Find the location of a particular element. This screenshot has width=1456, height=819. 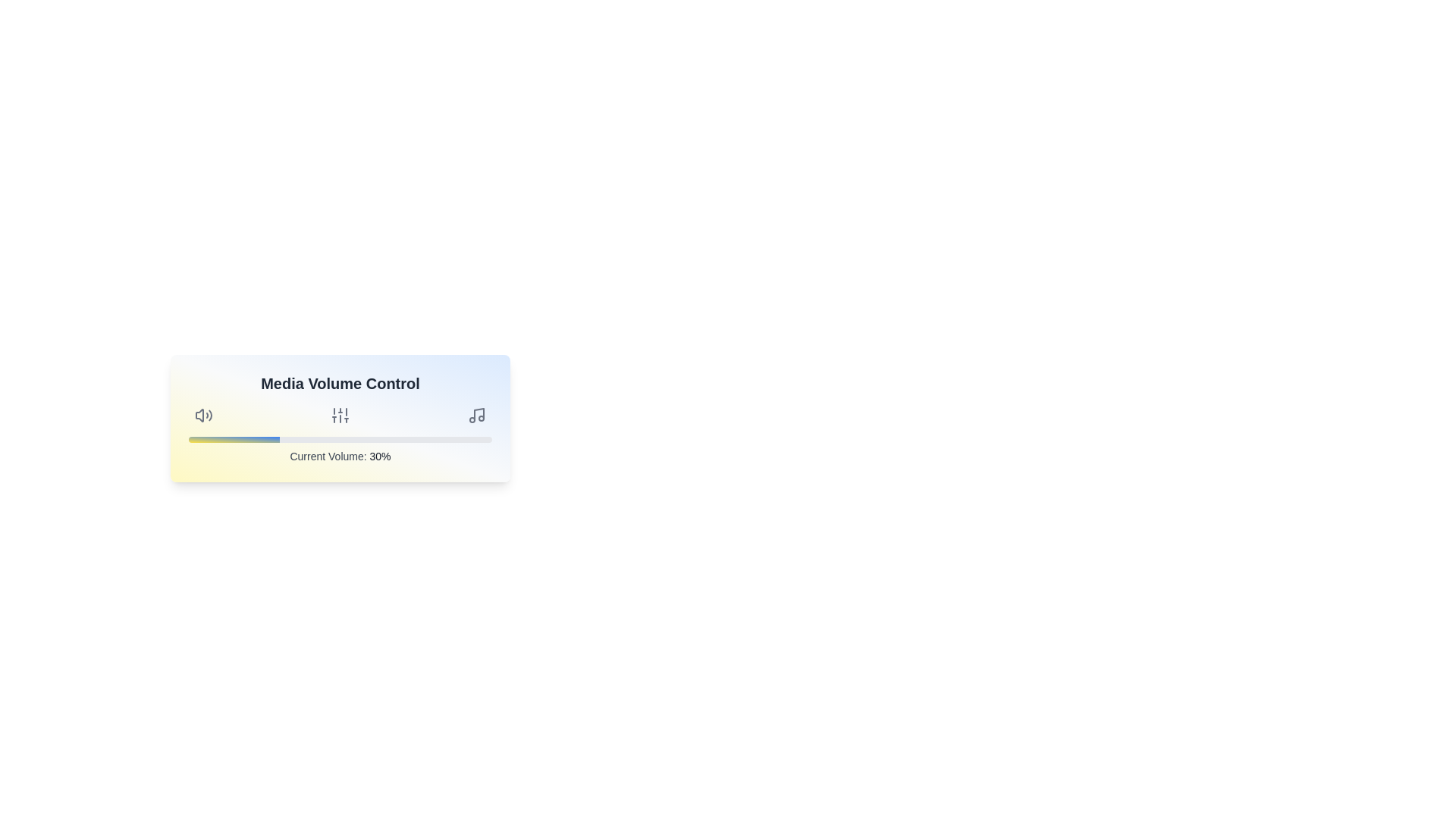

the volume is located at coordinates (494, 439).